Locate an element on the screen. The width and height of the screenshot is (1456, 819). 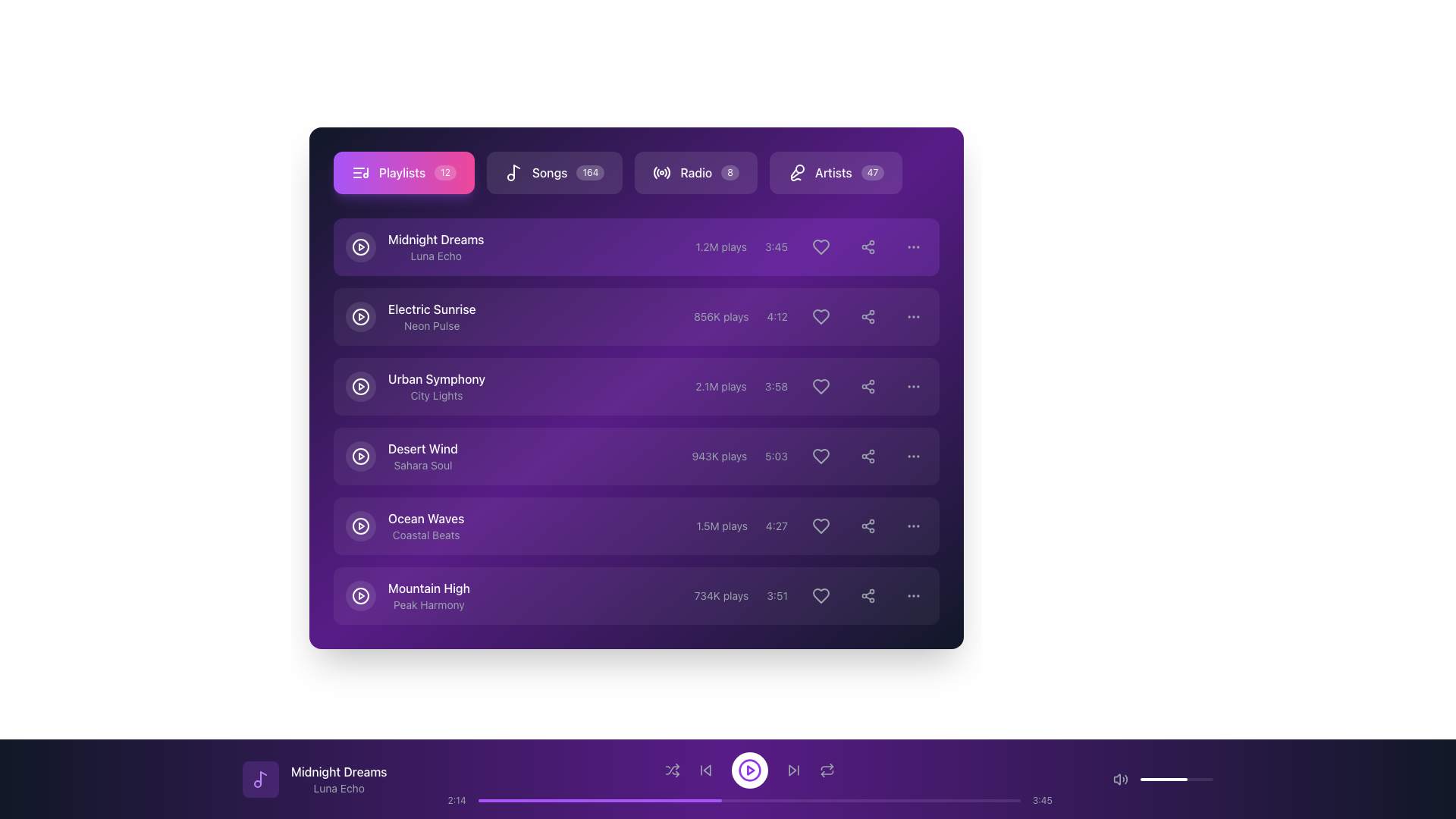
the play button for the 'Ocean Waves' track, which is is located at coordinates (359, 526).